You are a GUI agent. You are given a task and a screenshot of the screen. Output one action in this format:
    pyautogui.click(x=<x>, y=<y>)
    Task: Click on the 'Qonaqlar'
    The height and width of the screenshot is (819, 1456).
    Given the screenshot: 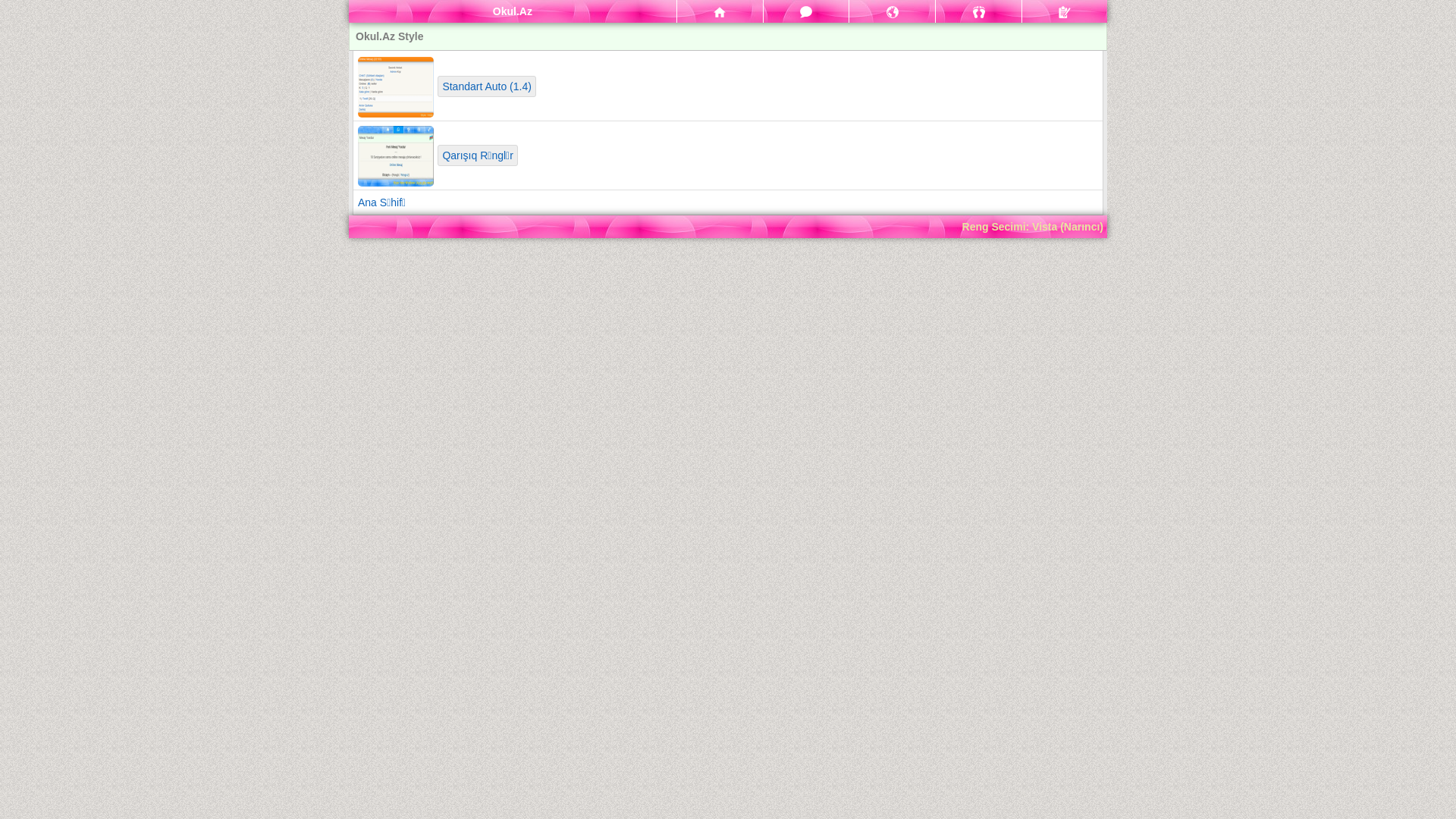 What is the action you would take?
    pyautogui.click(x=934, y=11)
    